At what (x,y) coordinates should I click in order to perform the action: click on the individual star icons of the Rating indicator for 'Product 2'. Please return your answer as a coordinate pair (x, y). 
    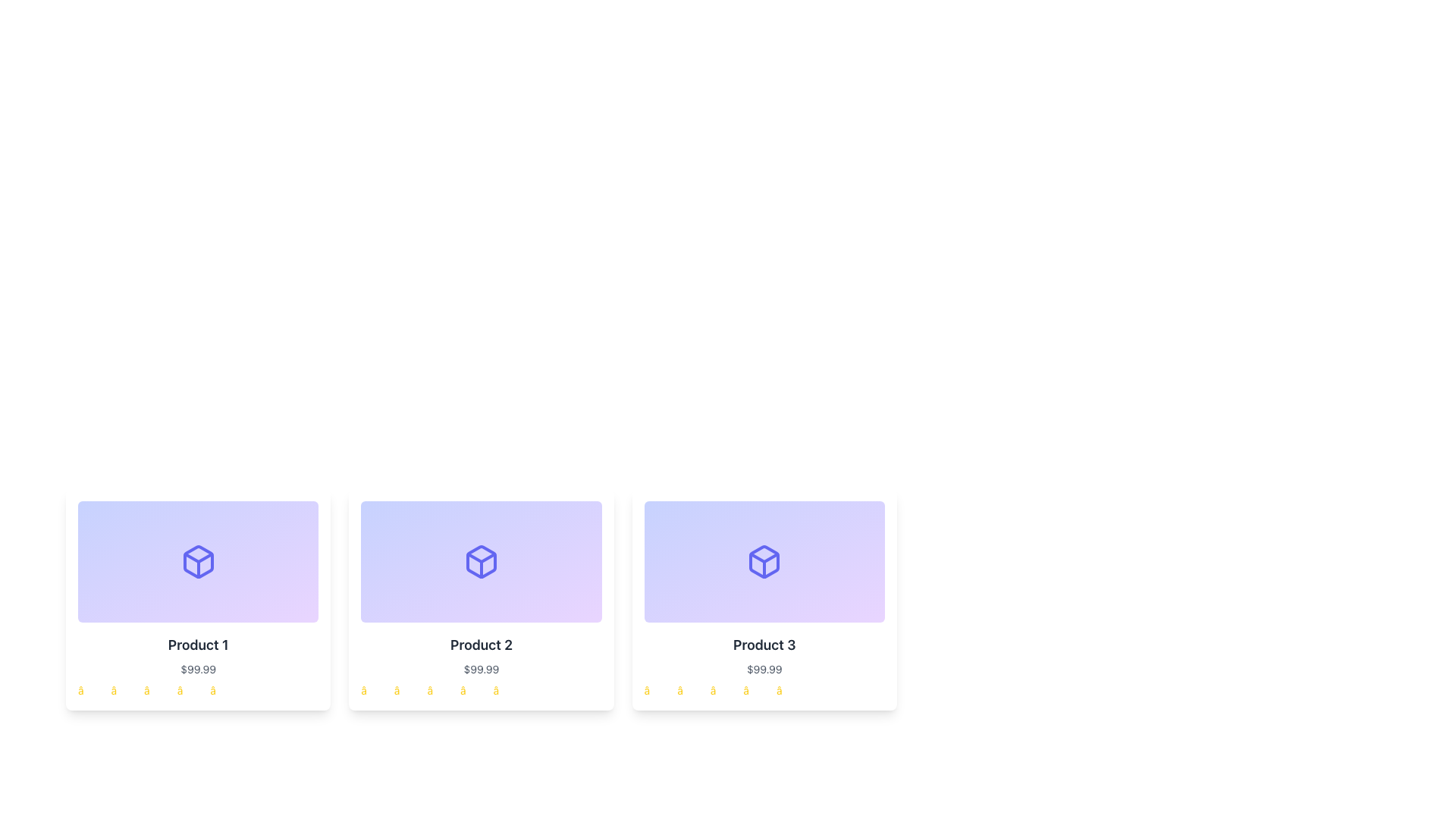
    Looking at the image, I should click on (480, 690).